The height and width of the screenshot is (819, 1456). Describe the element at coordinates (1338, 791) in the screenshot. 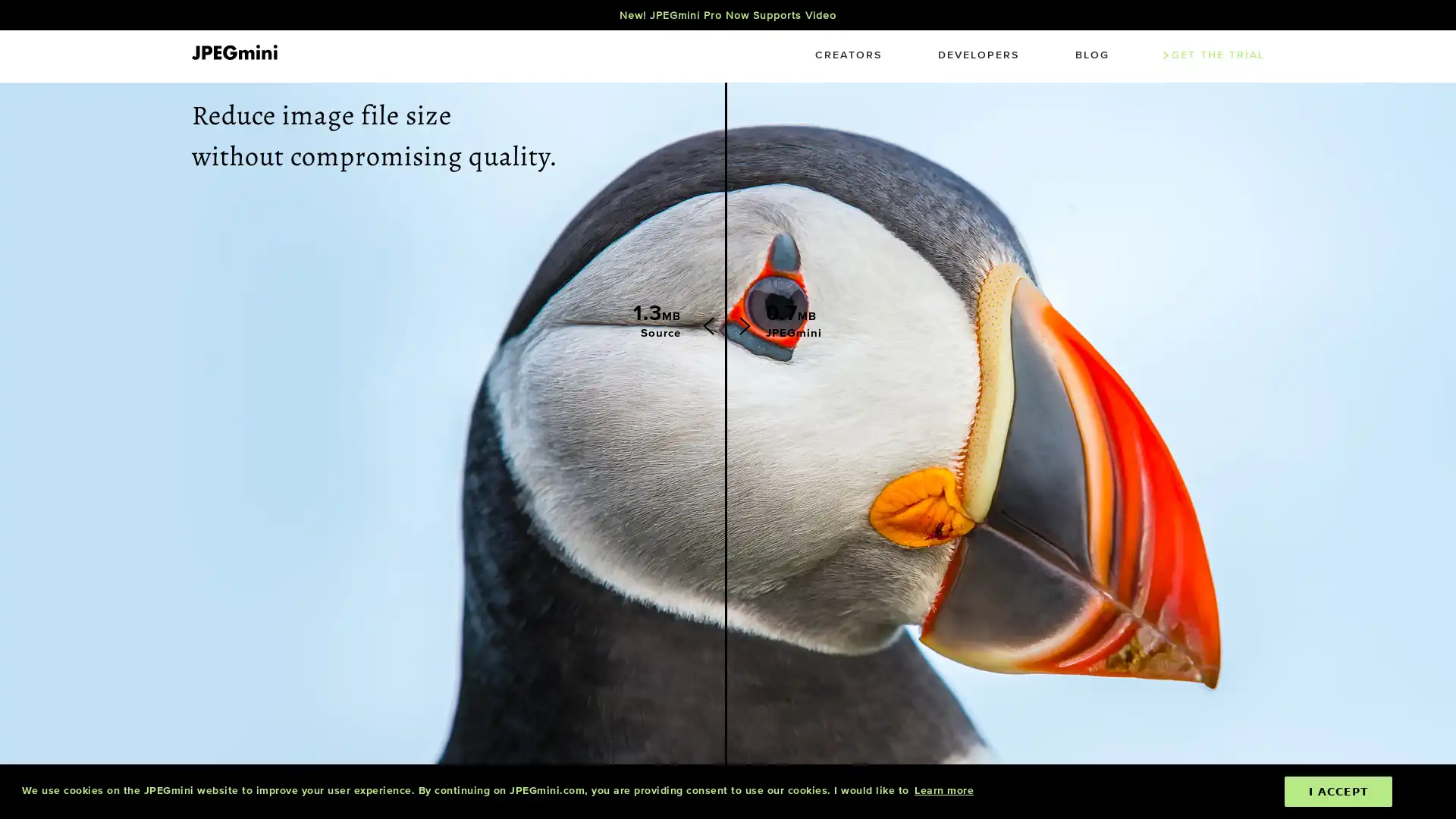

I see `dismiss cookie message` at that location.